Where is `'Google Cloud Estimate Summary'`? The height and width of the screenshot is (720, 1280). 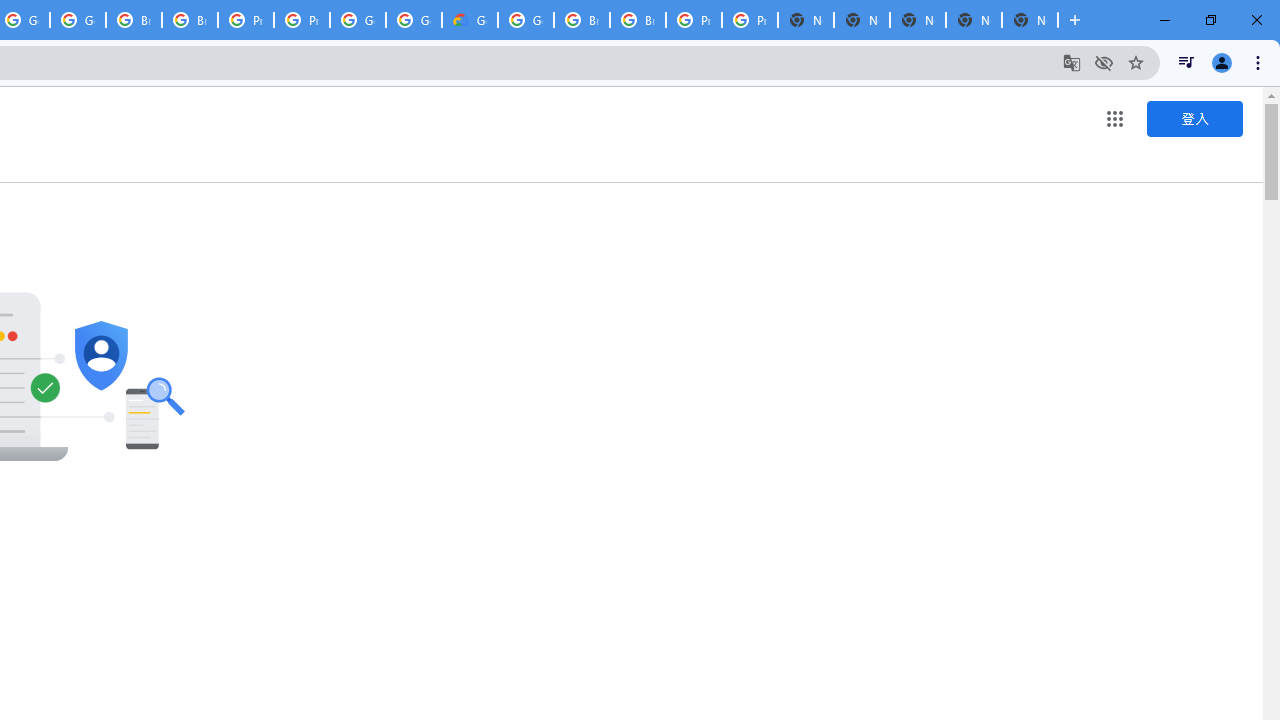 'Google Cloud Estimate Summary' is located at coordinates (468, 20).